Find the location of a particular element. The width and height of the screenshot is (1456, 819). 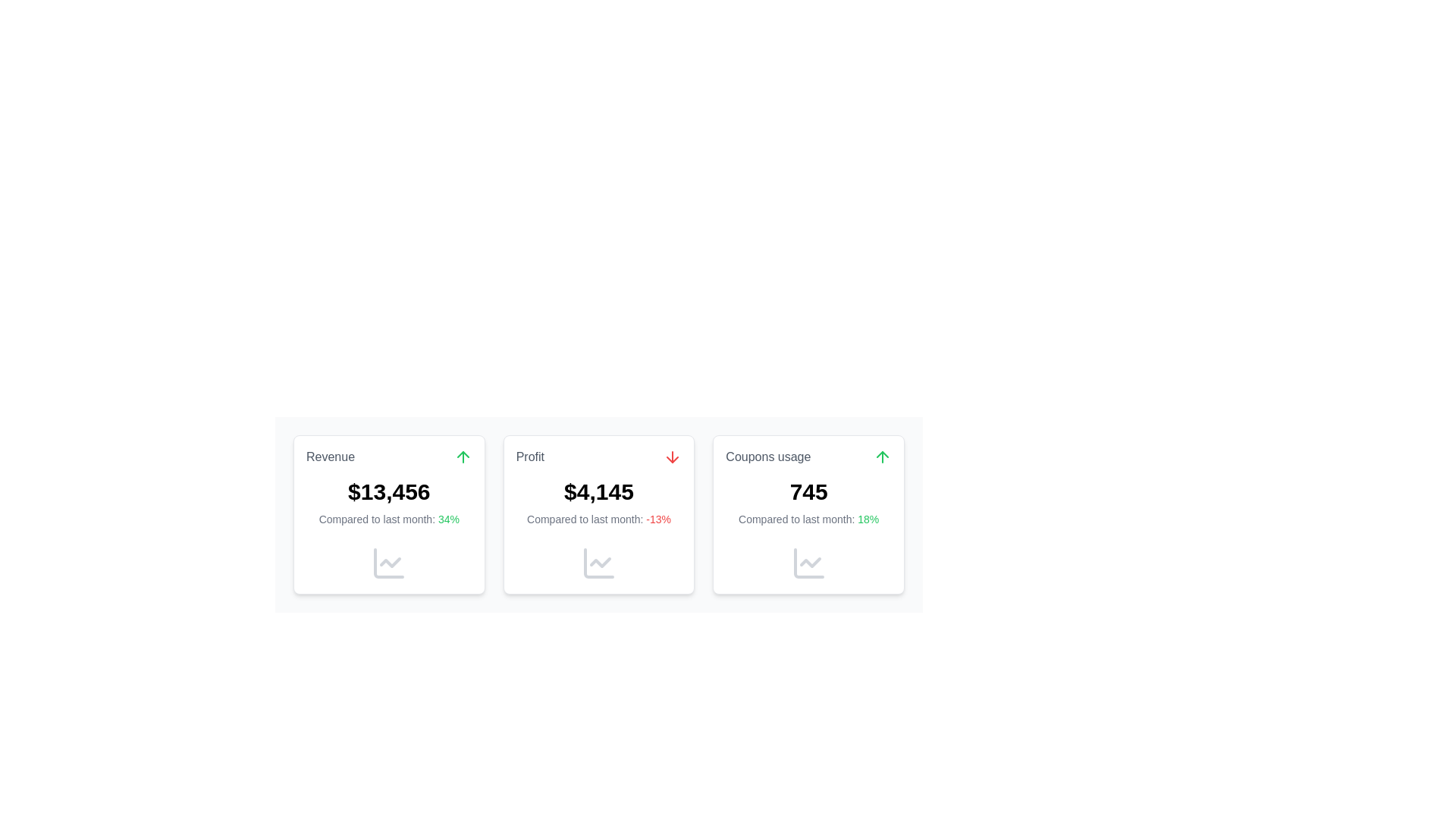

the graphical line element in the SVG illustration that serves as the base of the chart for the 'Coupons usage' card, located in the bottom-right corner of the card is located at coordinates (808, 563).